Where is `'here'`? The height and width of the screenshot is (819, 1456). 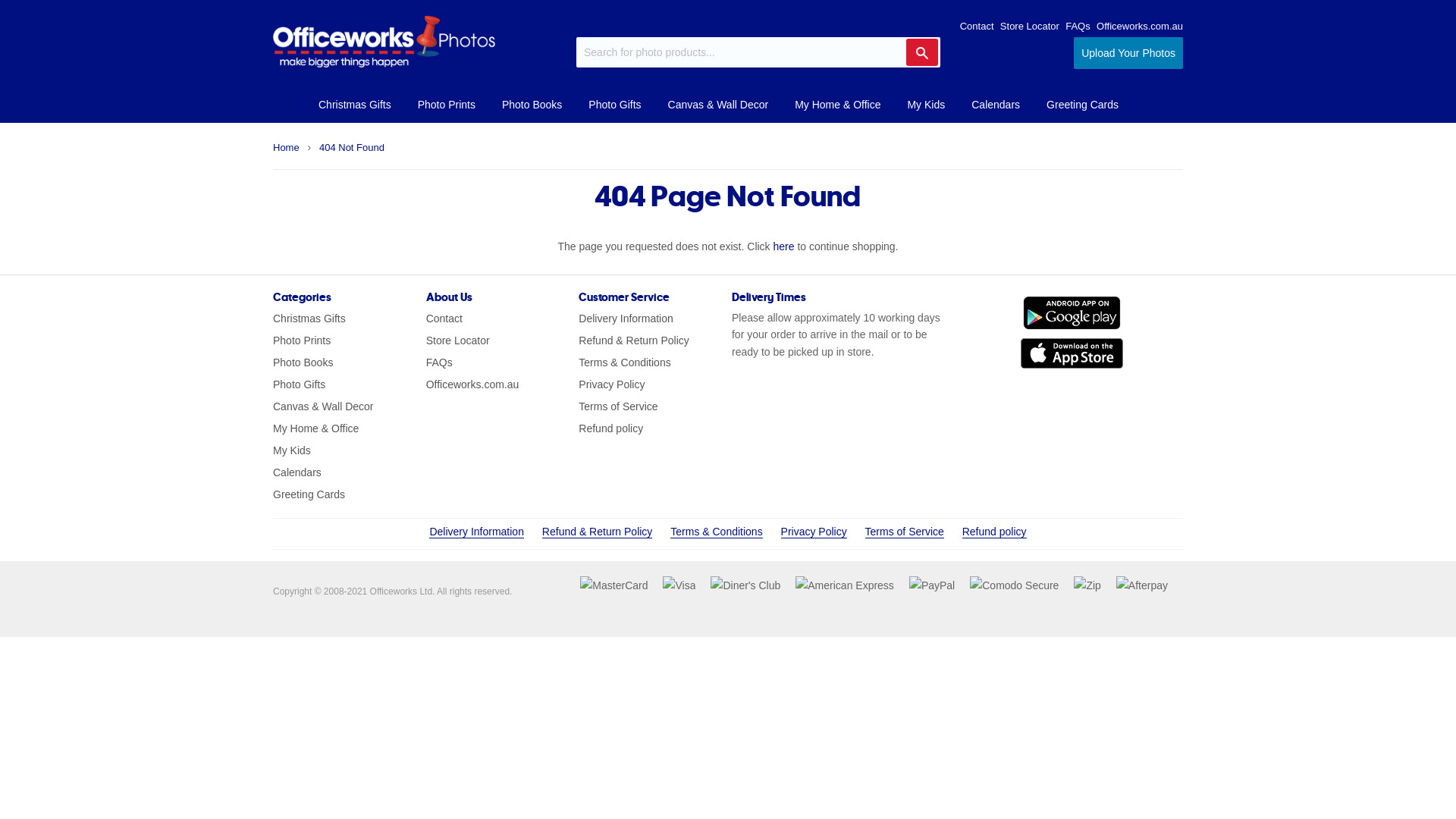
'here' is located at coordinates (783, 245).